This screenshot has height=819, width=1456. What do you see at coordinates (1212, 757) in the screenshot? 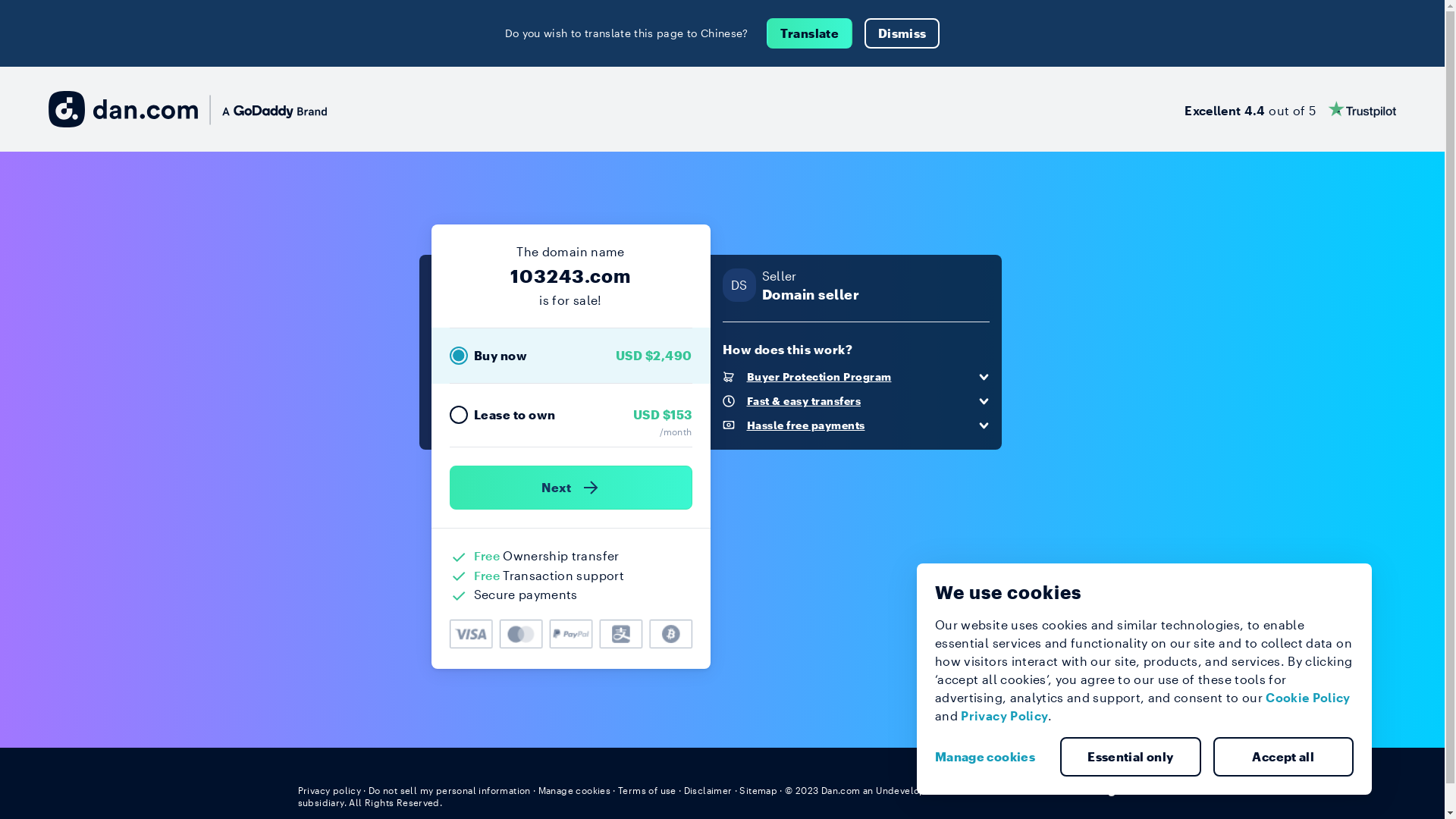
I see `'Accept all'` at bounding box center [1212, 757].